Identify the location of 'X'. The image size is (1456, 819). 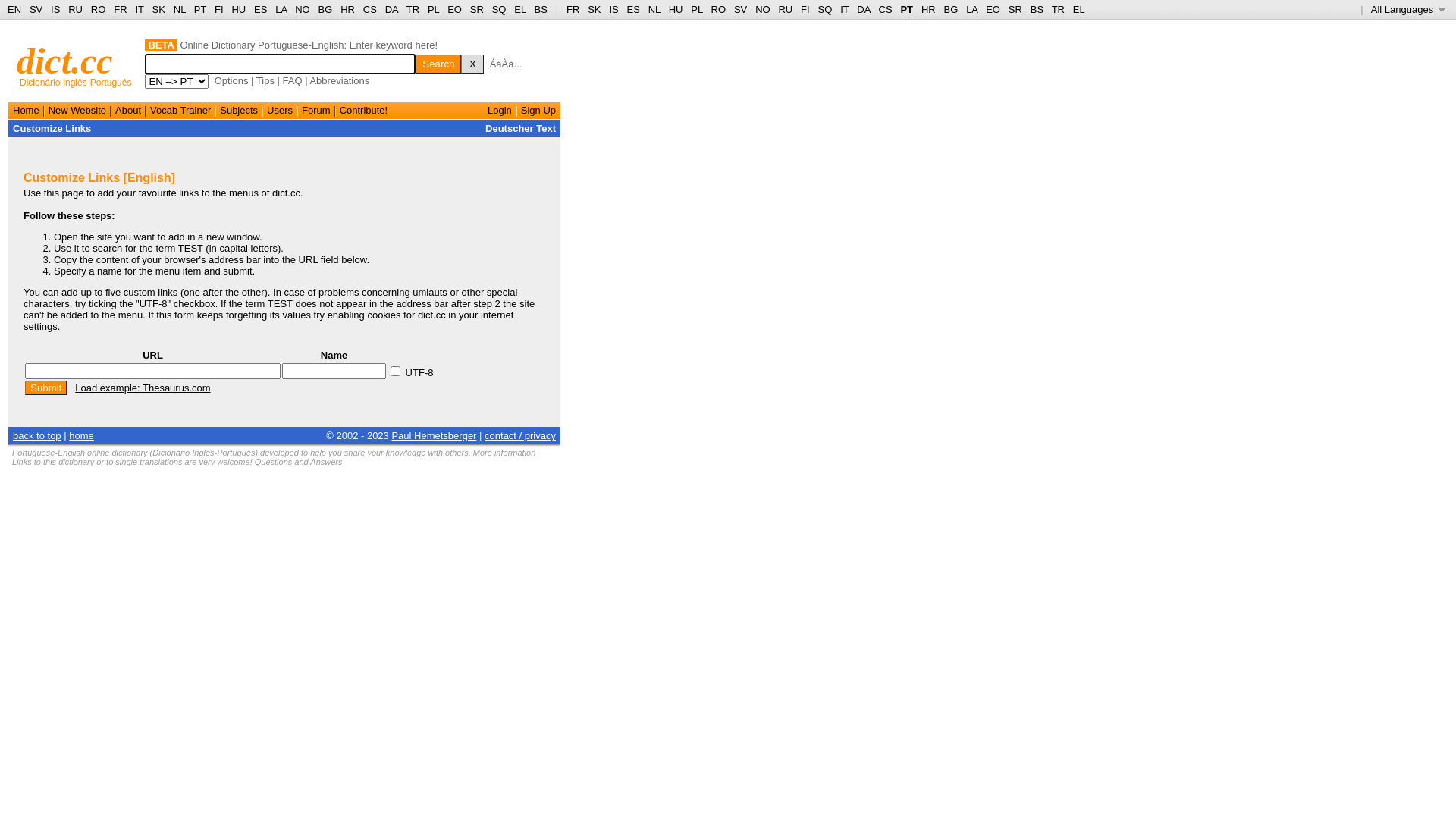
(472, 63).